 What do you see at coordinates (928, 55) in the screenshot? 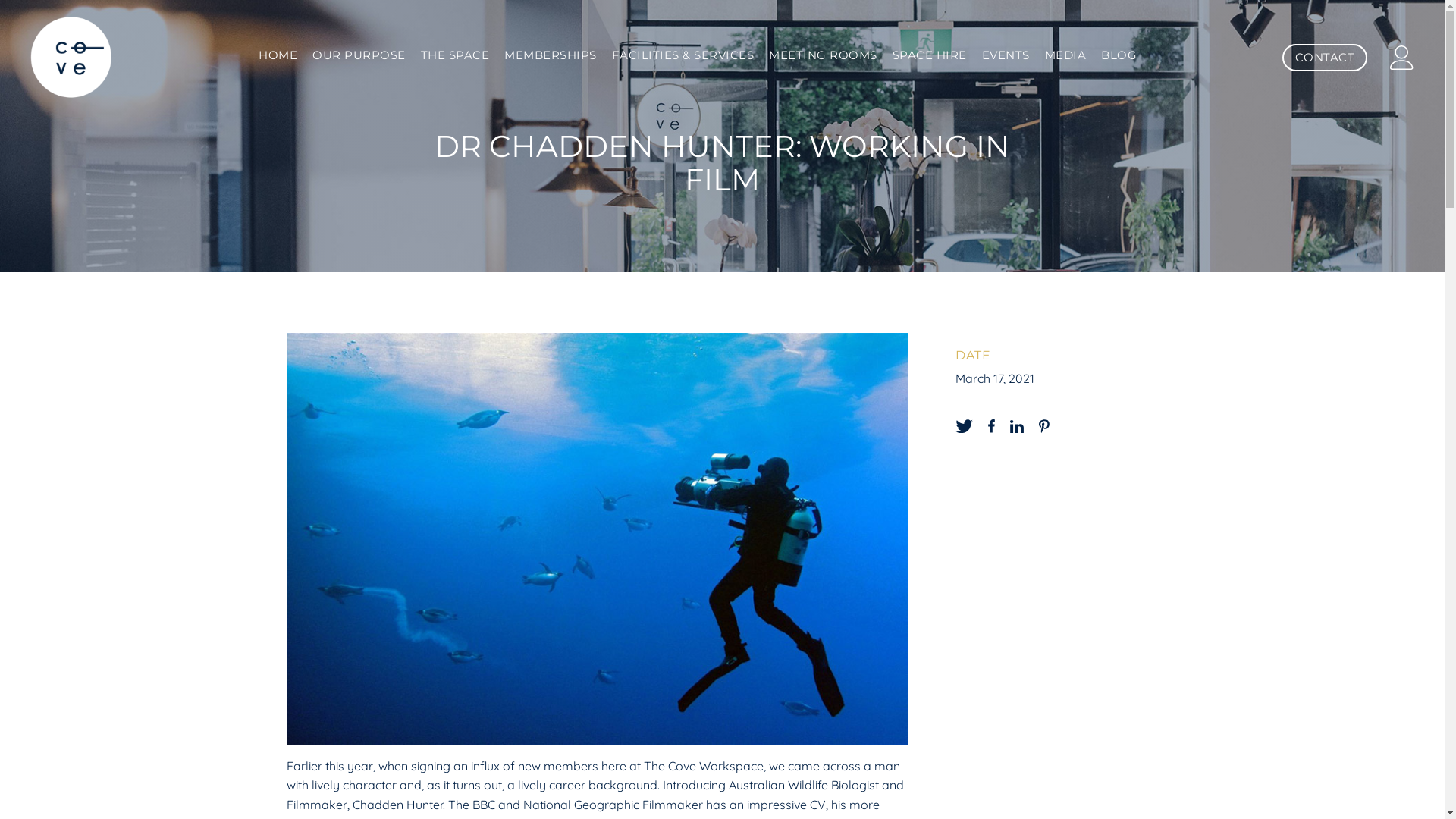
I see `'SPACE HIRE'` at bounding box center [928, 55].